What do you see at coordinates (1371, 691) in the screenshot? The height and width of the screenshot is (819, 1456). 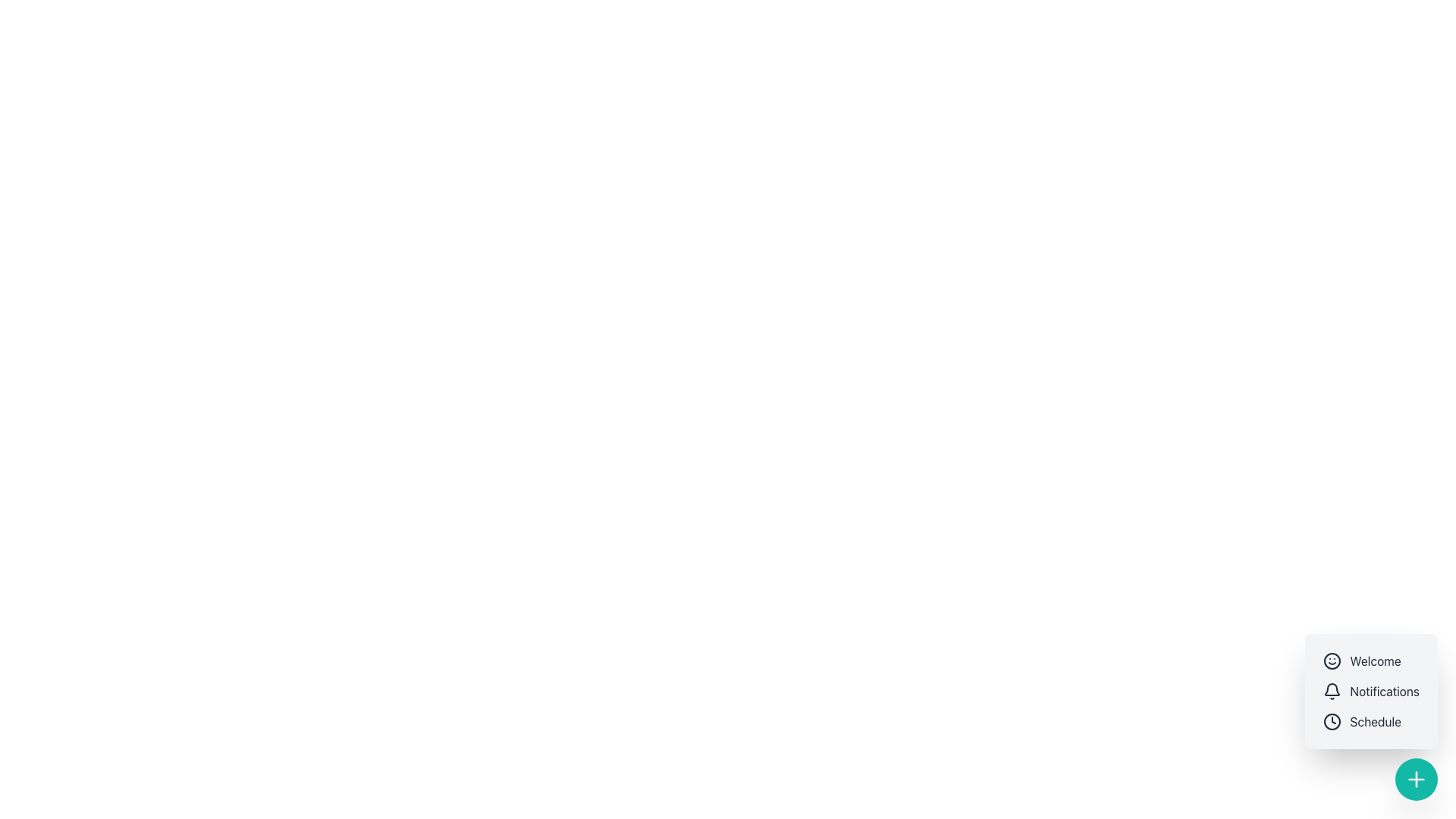 I see `the 'Notifications' list item, which is the second item in a vertical list with a bell icon` at bounding box center [1371, 691].